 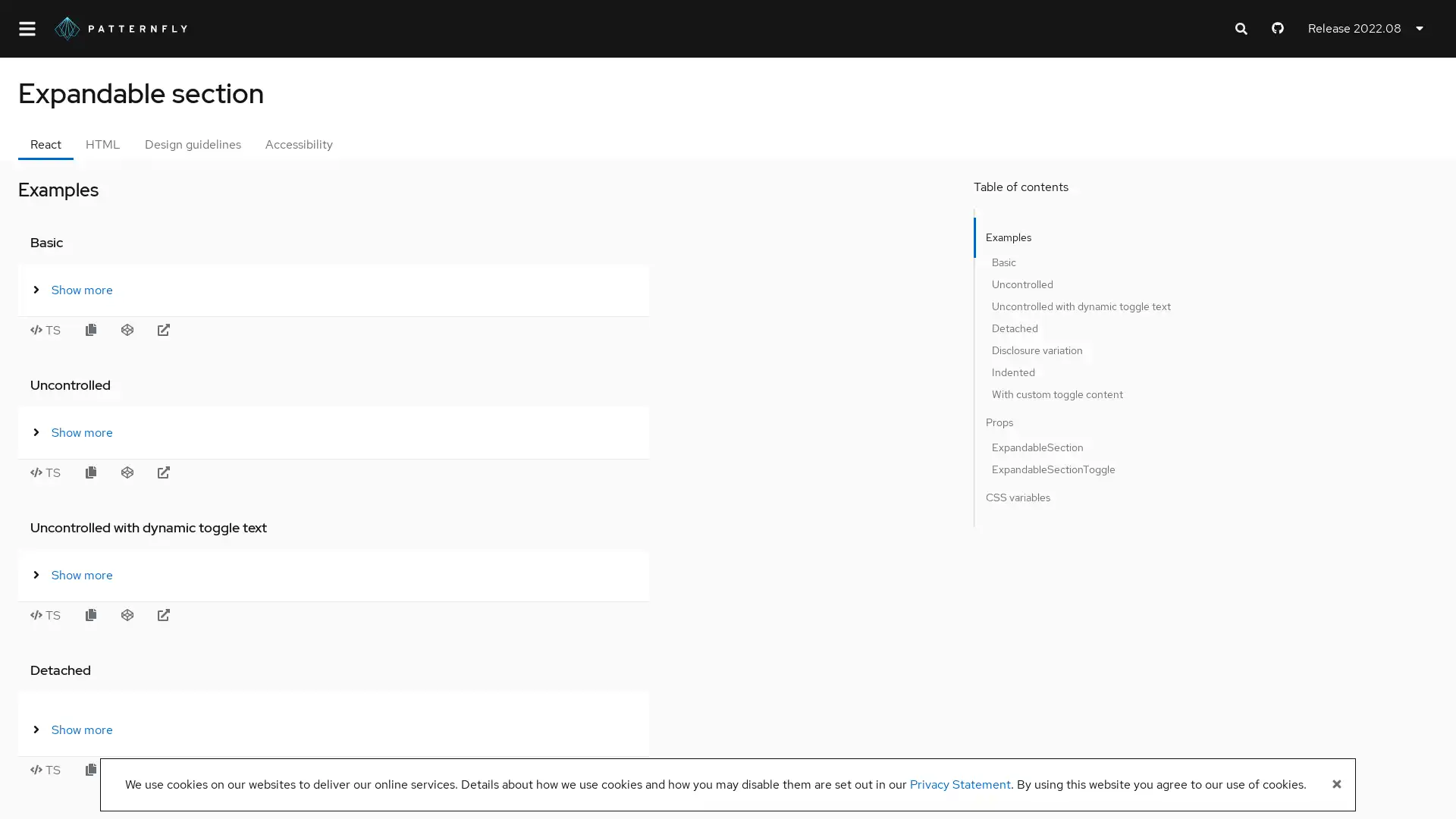 What do you see at coordinates (346, 472) in the screenshot?
I see `Open Uncontrolled example in CodeSandbox` at bounding box center [346, 472].